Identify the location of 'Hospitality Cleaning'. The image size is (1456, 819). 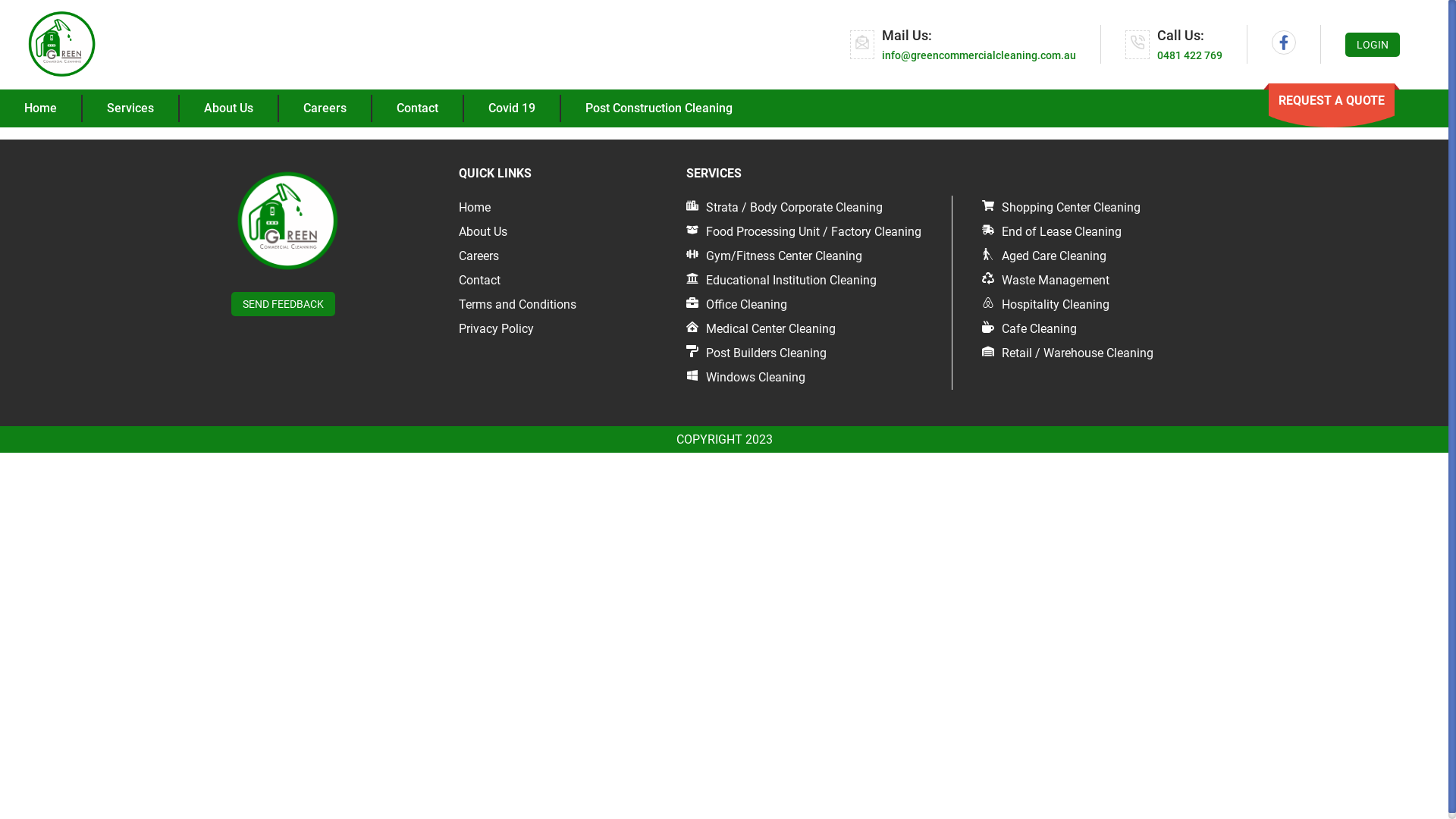
(1044, 304).